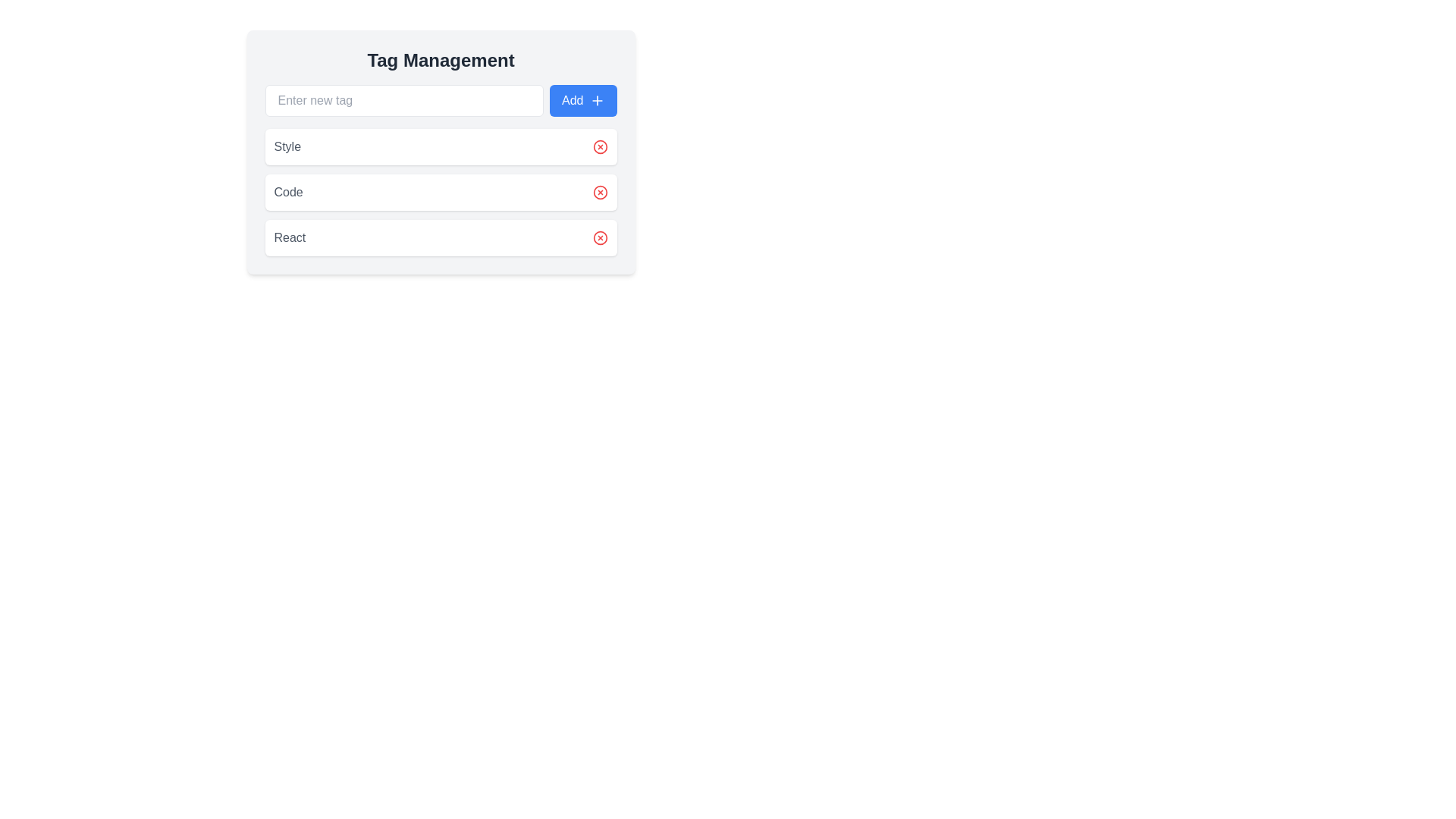 The width and height of the screenshot is (1456, 819). Describe the element at coordinates (596, 100) in the screenshot. I see `the plus icon within the blue 'Add' button located at the top-right of the 'Tag Management' content box` at that location.